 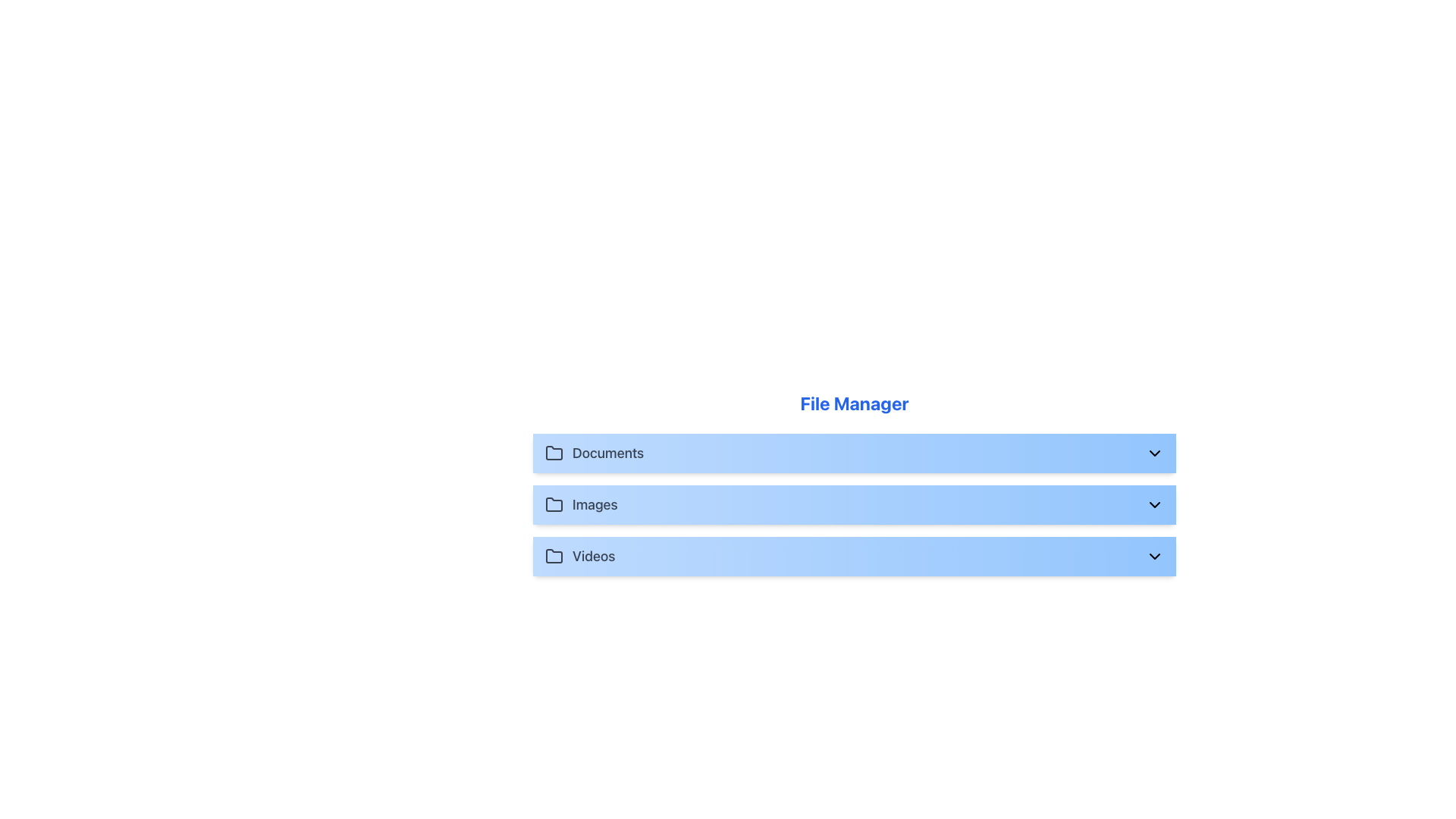 What do you see at coordinates (1153, 452) in the screenshot?
I see `the Dropdown indicator icon, which is a downward-facing chevron triangle located at the far right side of the 'Documents' section header` at bounding box center [1153, 452].